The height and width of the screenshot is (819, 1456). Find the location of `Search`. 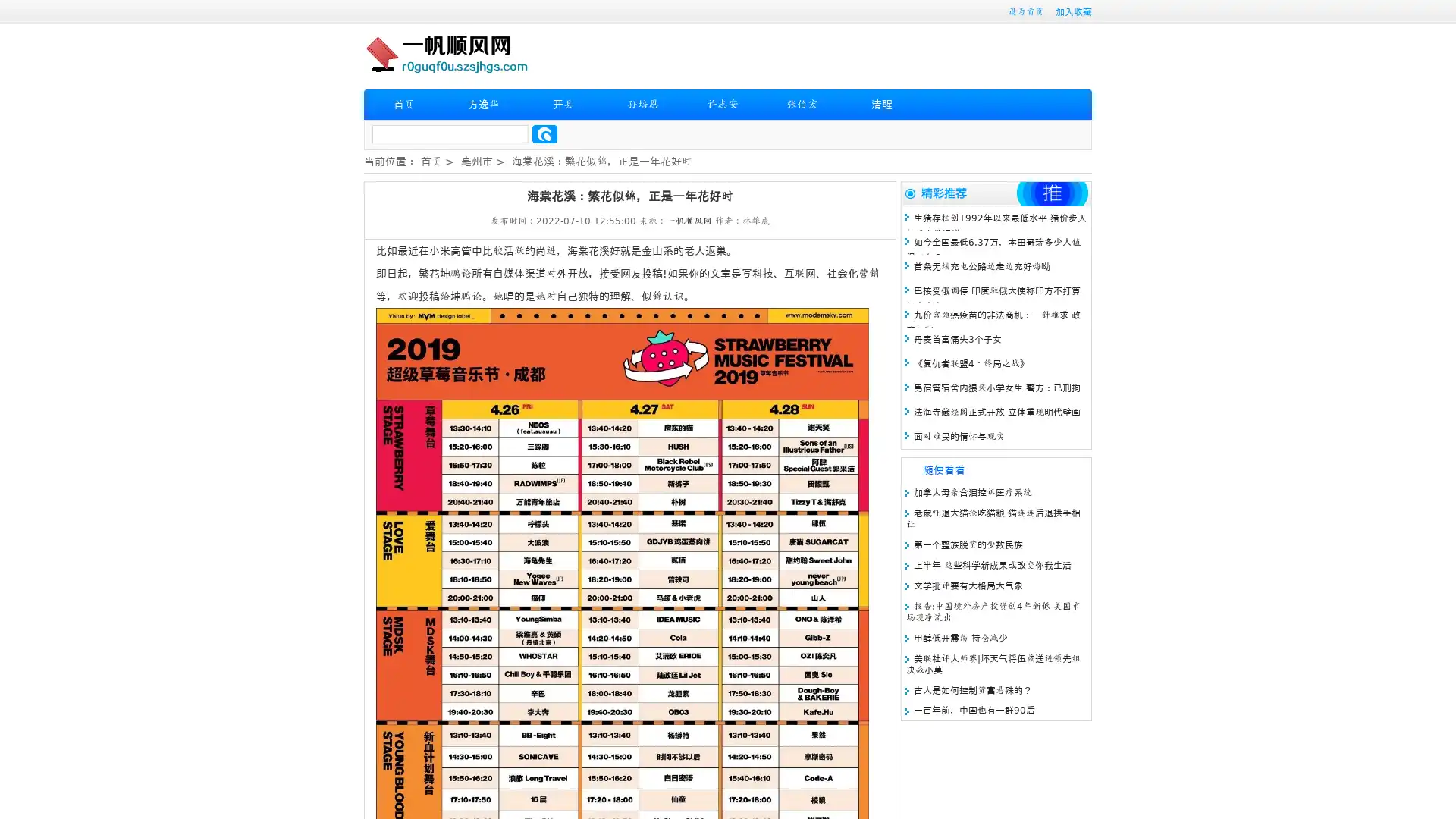

Search is located at coordinates (544, 133).